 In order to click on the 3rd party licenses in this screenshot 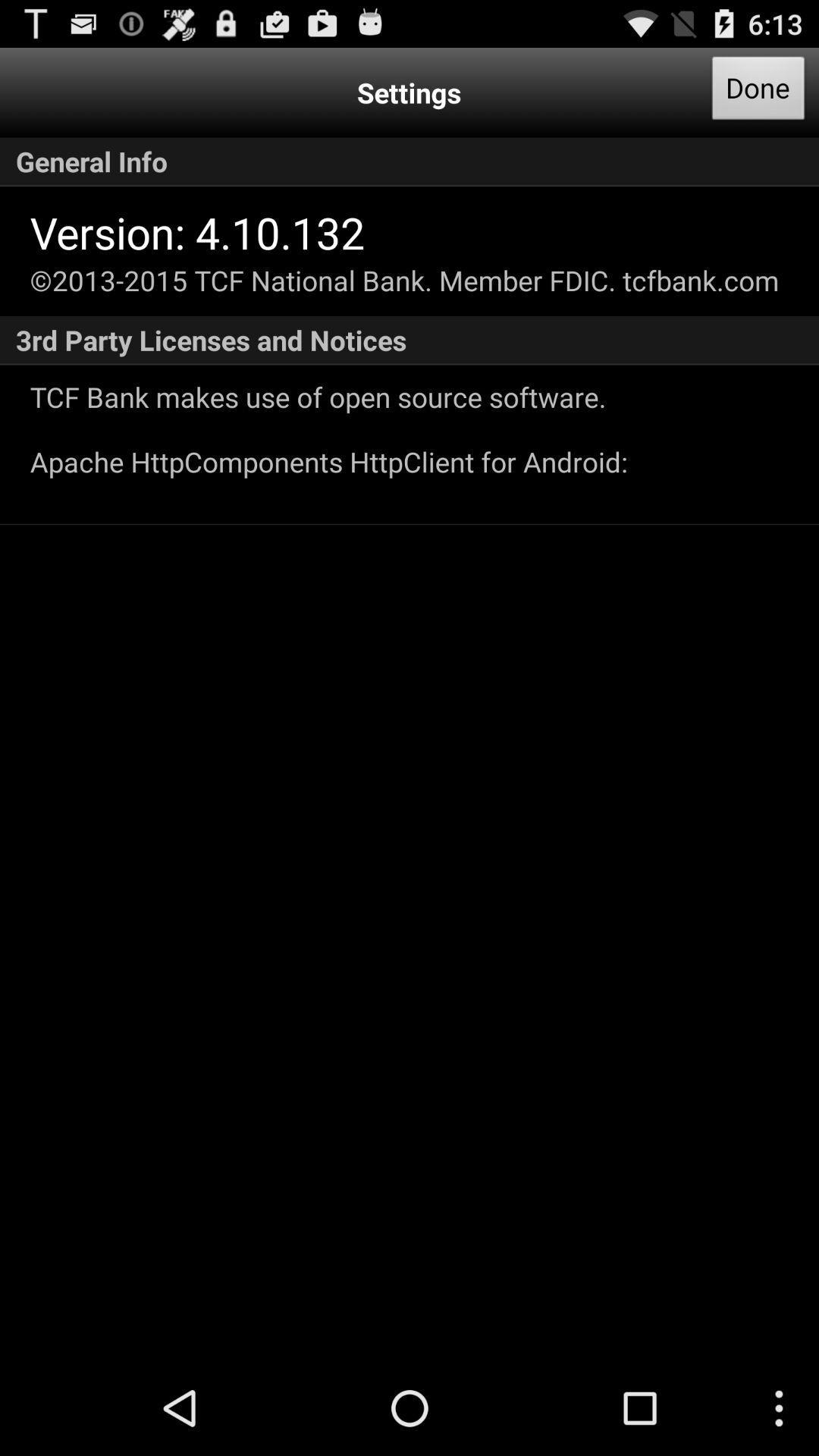, I will do `click(409, 340)`.